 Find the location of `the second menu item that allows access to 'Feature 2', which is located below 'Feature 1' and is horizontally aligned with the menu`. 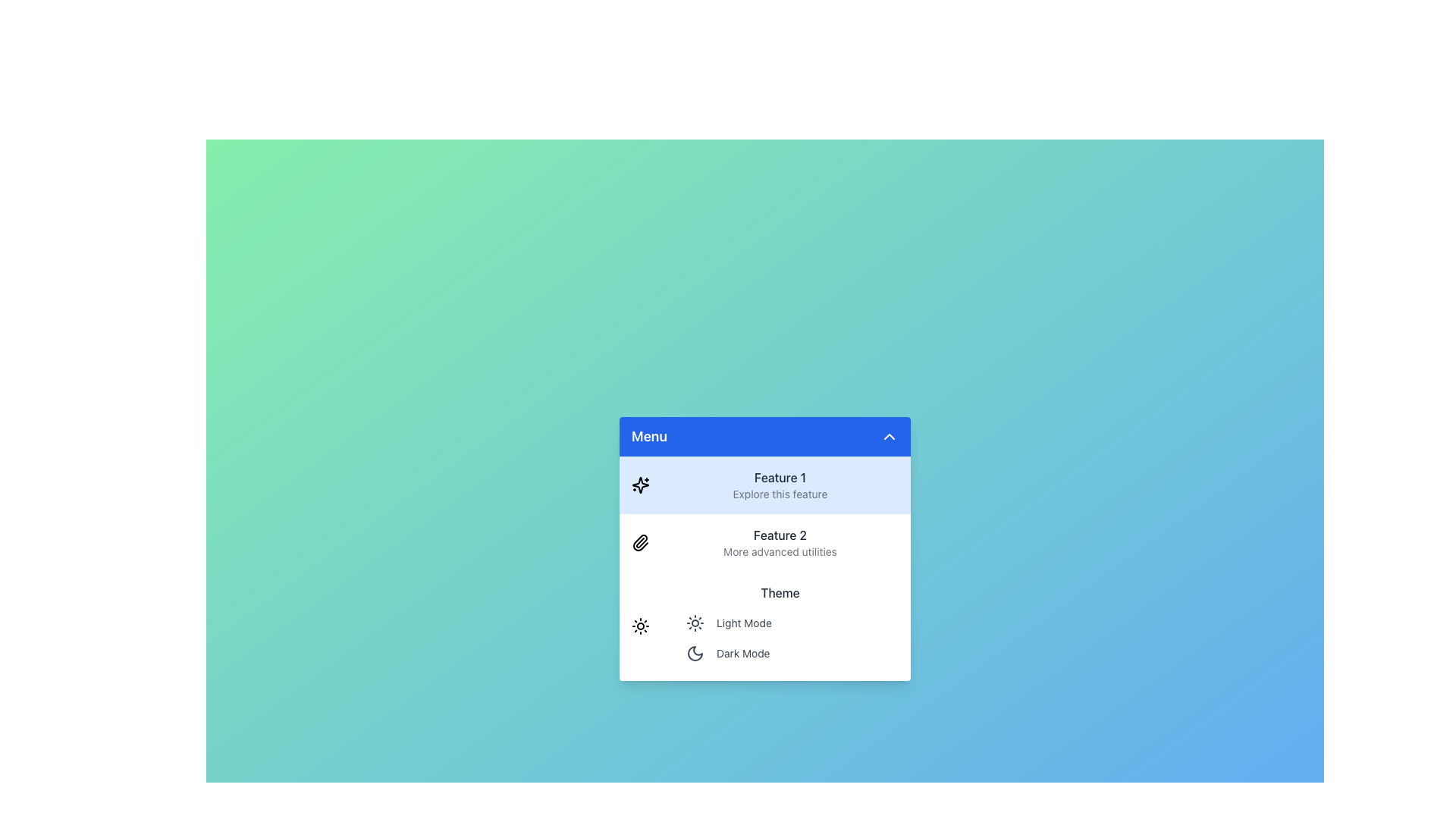

the second menu item that allows access to 'Feature 2', which is located below 'Feature 1' and is horizontally aligned with the menu is located at coordinates (780, 542).